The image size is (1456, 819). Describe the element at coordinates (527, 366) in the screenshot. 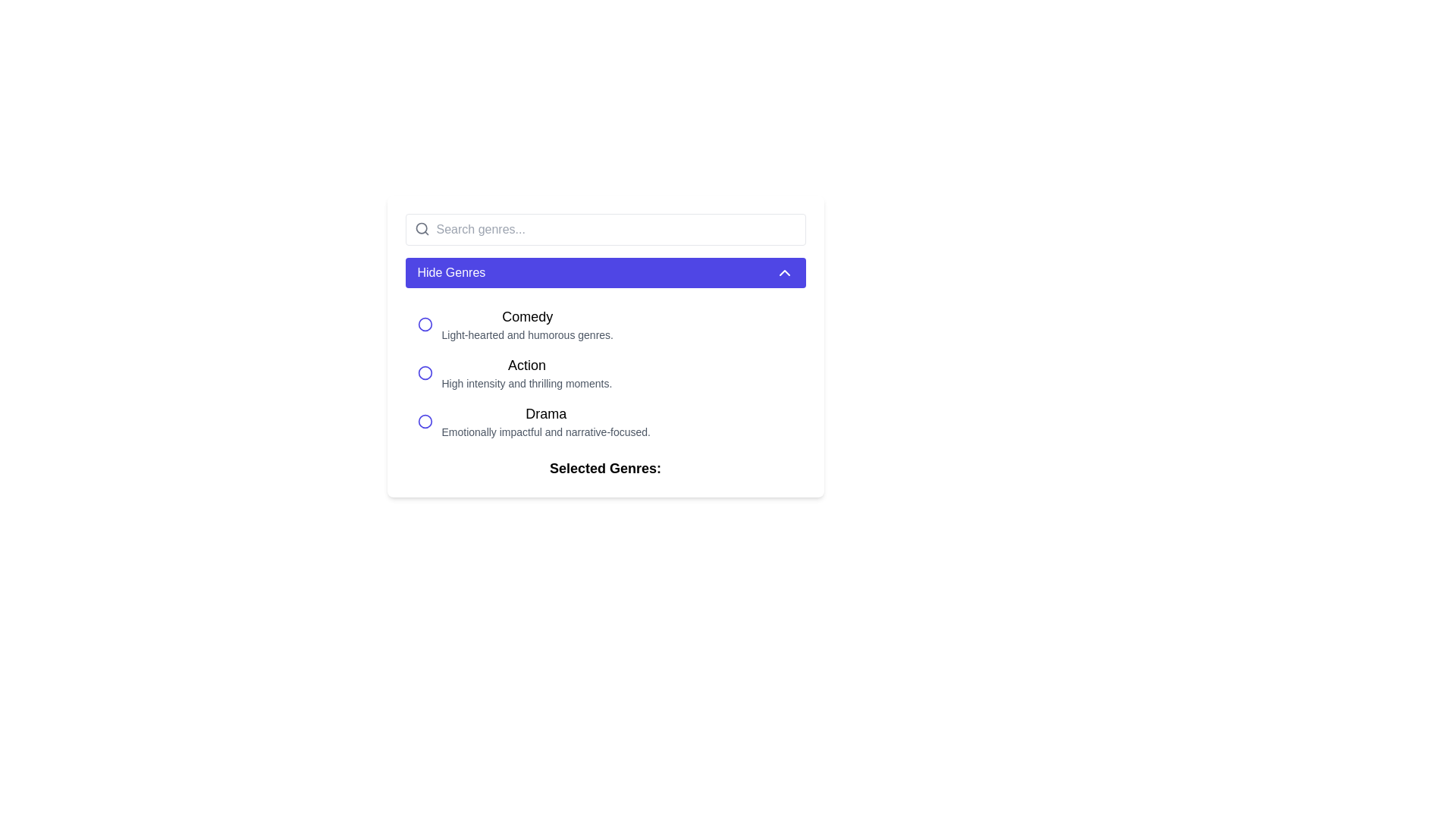

I see `the 'Action' genre title text label, which identifies the genre category in the list of selectable genres` at that location.